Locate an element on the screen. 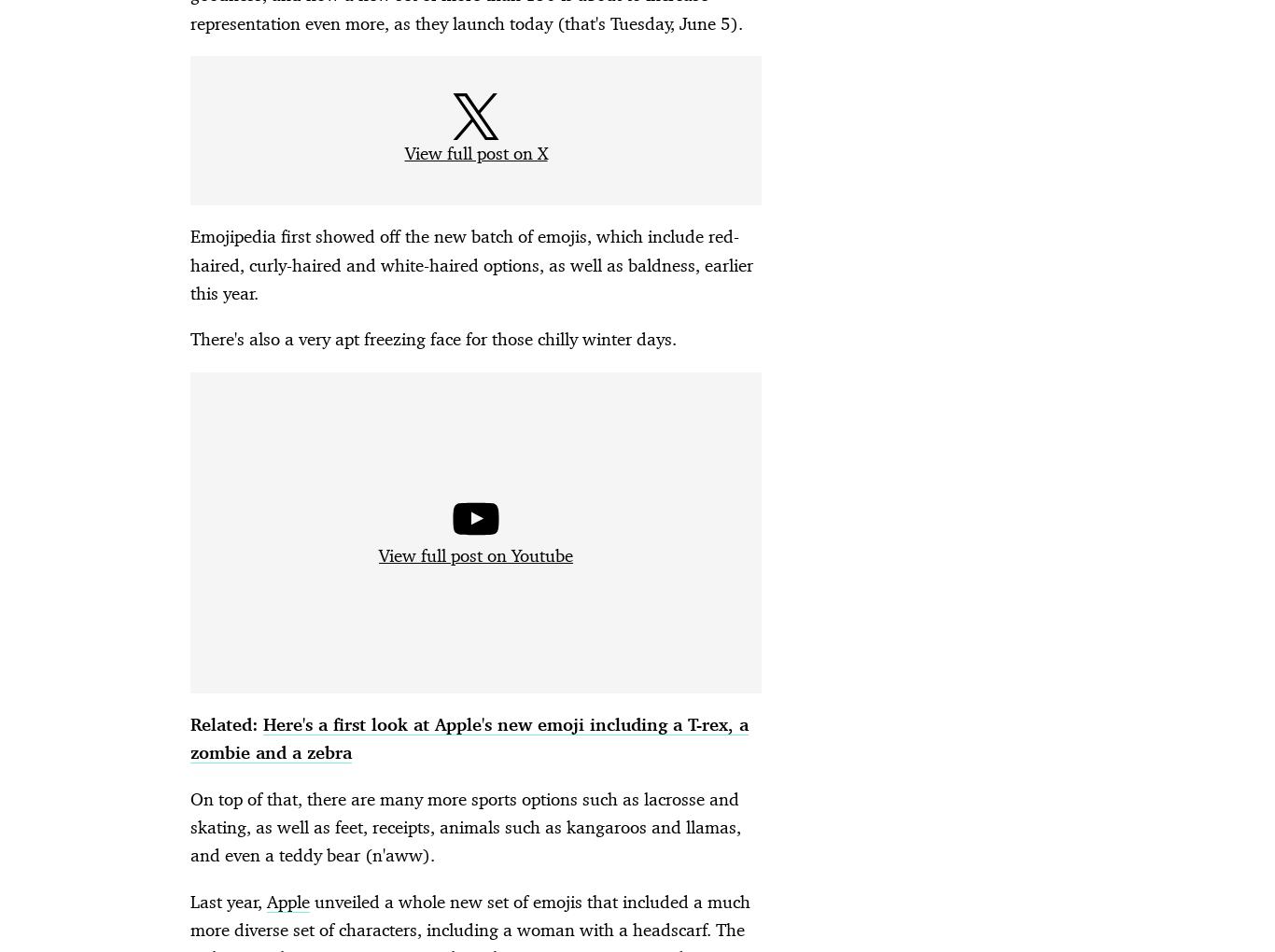  'Apple TV+' is located at coordinates (374, 937).